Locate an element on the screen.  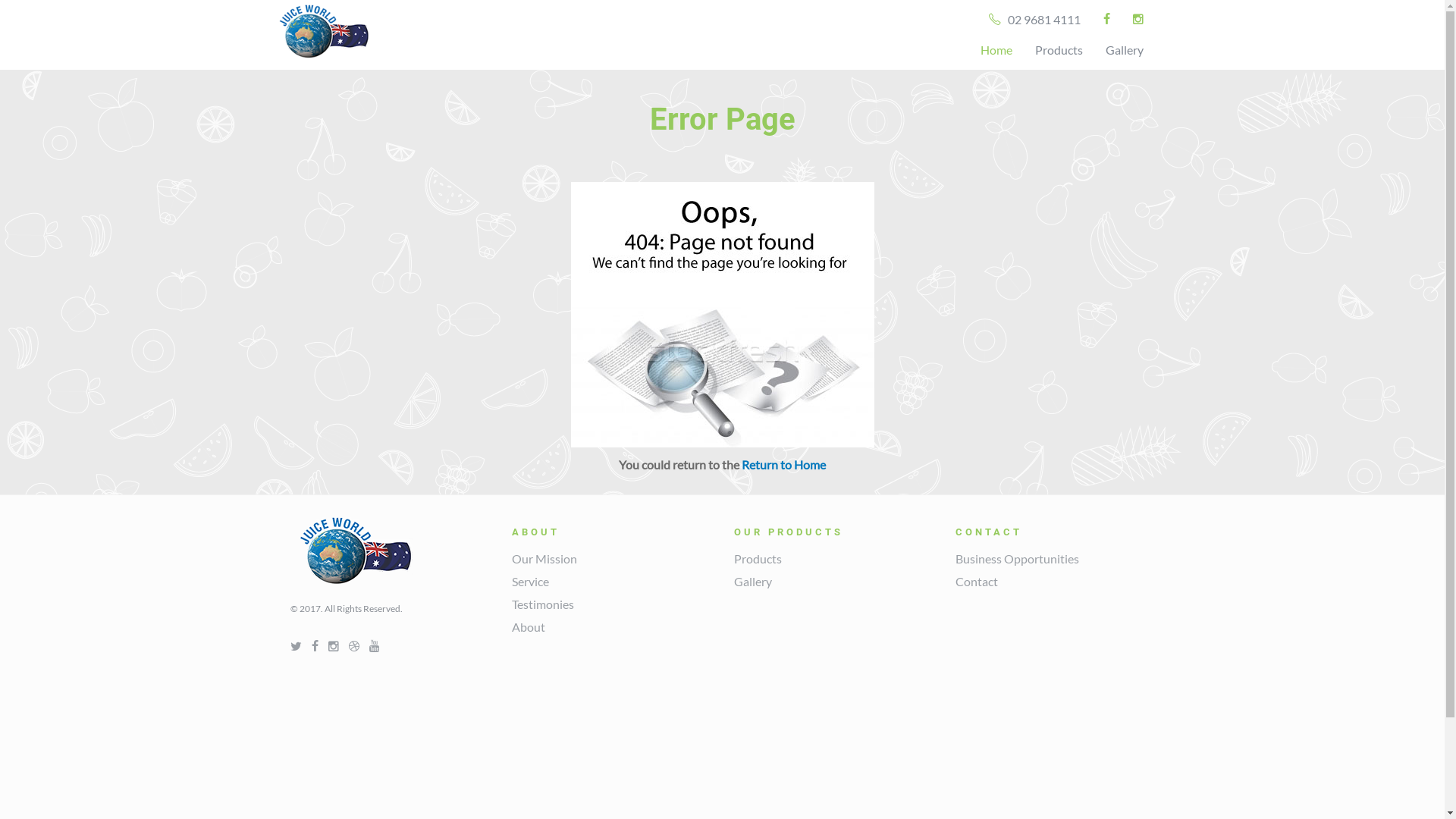
'Return to Home' is located at coordinates (783, 463).